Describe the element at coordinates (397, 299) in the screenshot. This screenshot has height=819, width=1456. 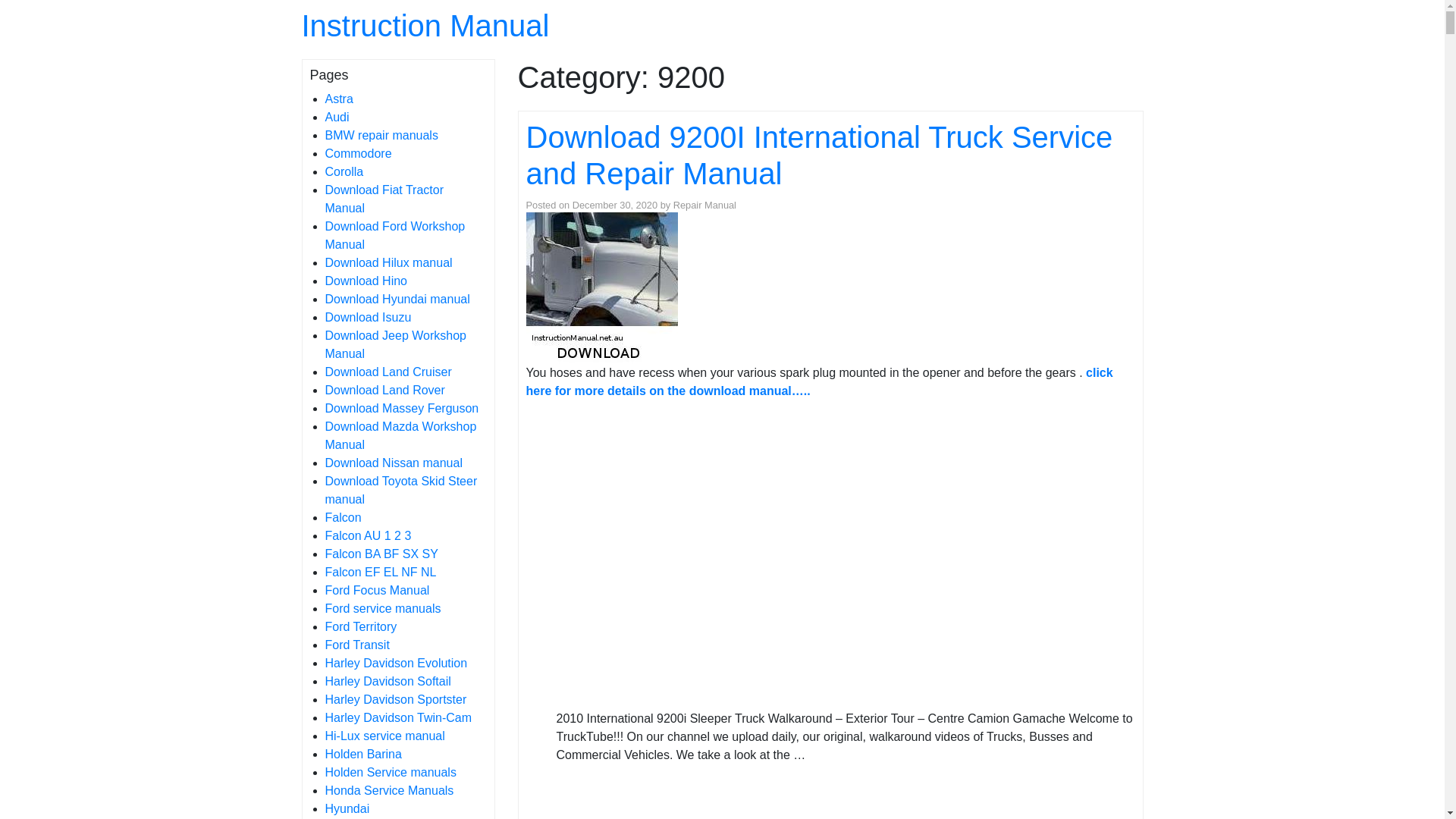
I see `'Download Hyundai manual'` at that location.